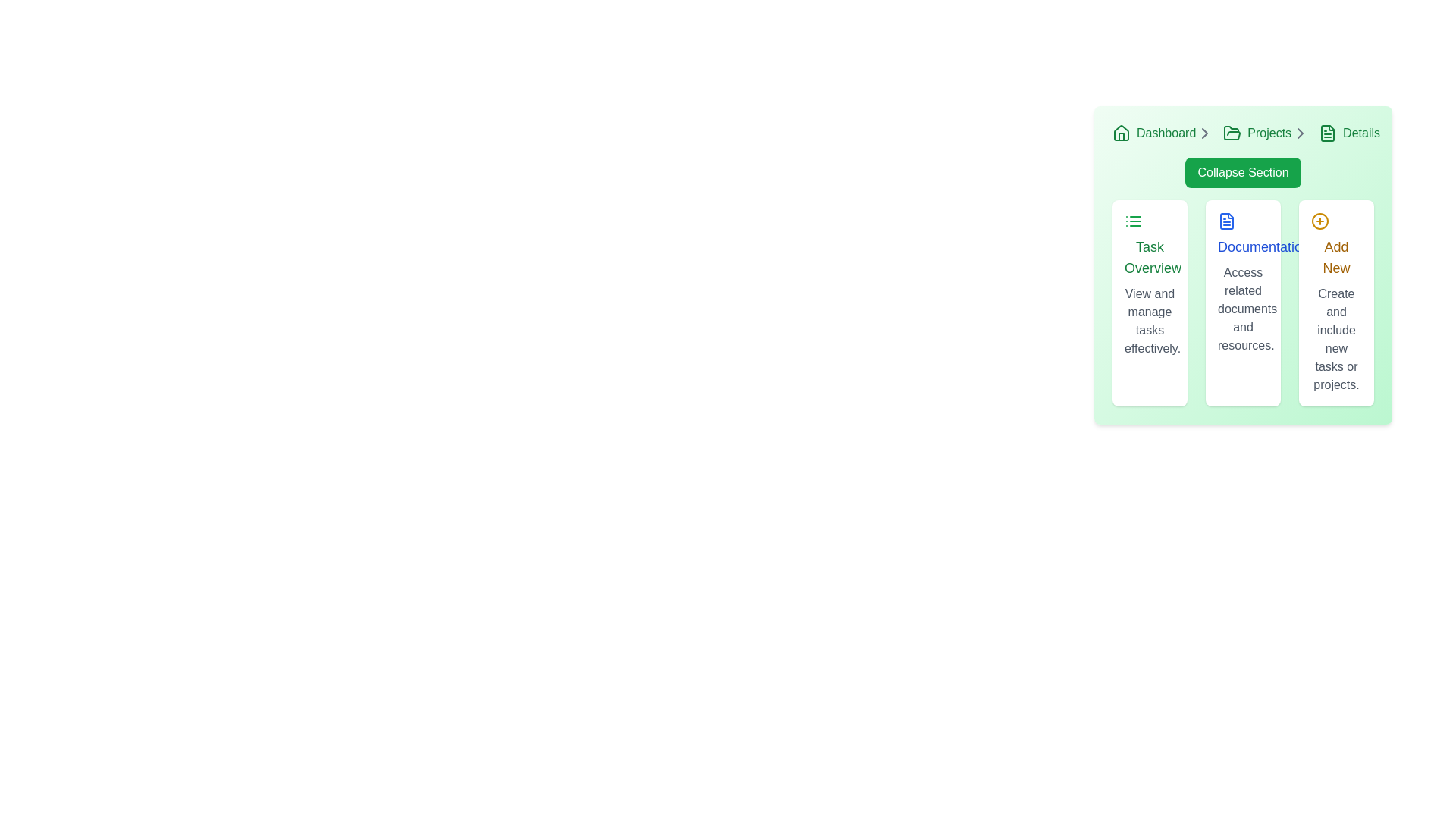  I want to click on the 'Task Overview' text label, which is a medium green font styled in bold sans-serif, located within a card layout near the top-left of a group of three similar cards, so click(1150, 256).